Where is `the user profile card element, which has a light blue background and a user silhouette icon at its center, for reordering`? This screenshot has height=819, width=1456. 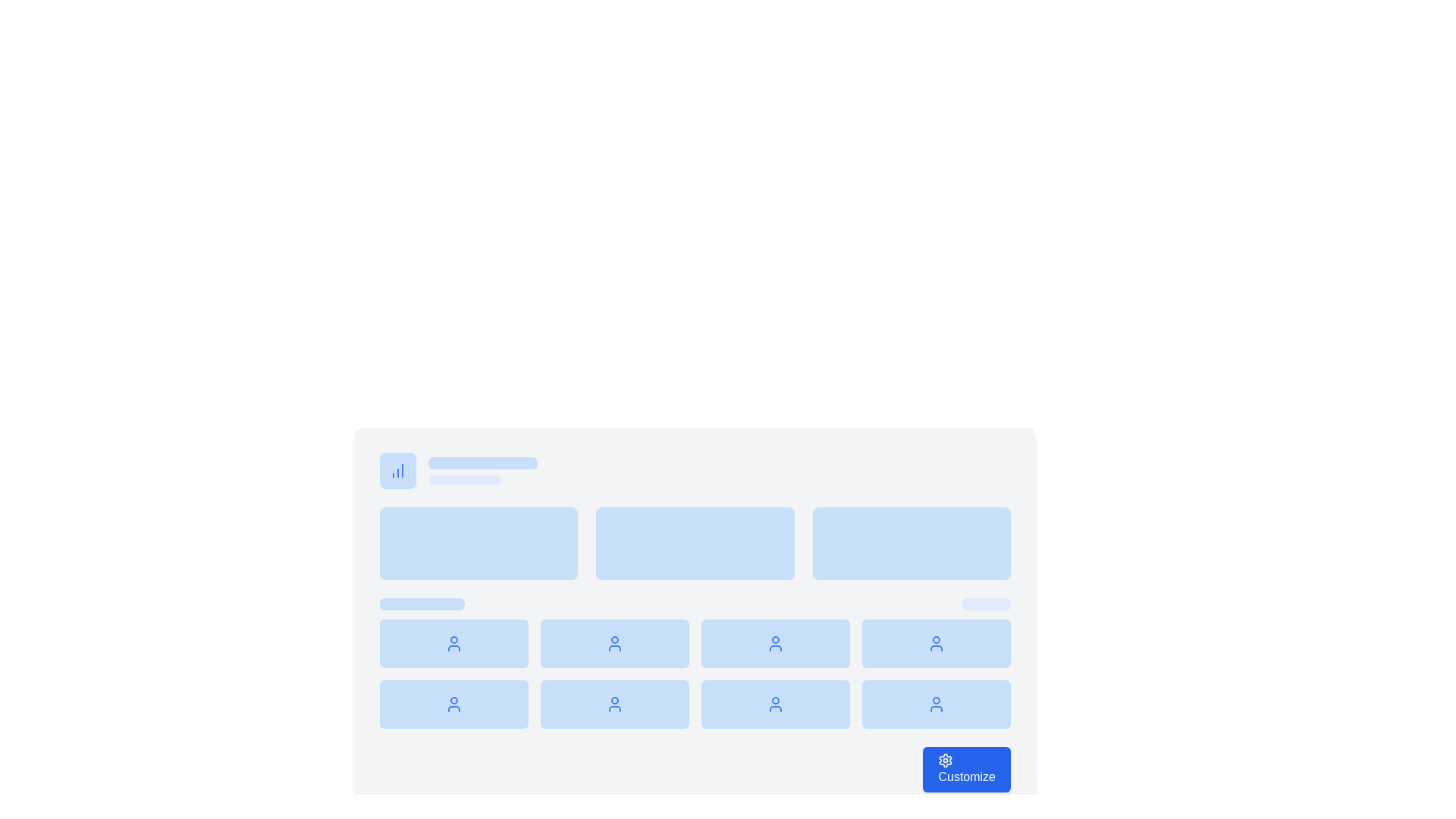 the user profile card element, which has a light blue background and a user silhouette icon at its center, for reordering is located at coordinates (775, 704).